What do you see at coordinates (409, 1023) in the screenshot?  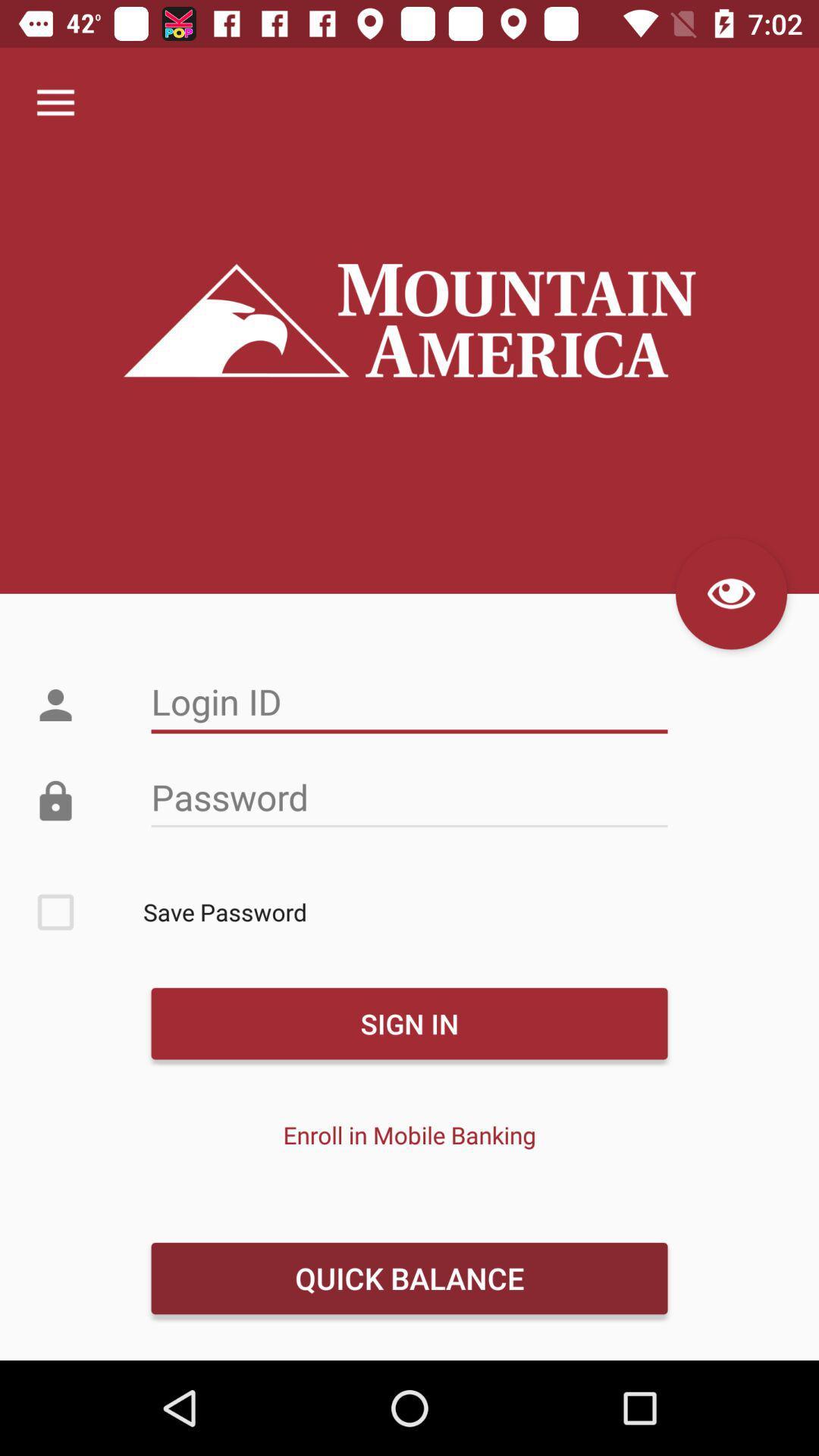 I see `the item above enroll in mobile icon` at bounding box center [409, 1023].